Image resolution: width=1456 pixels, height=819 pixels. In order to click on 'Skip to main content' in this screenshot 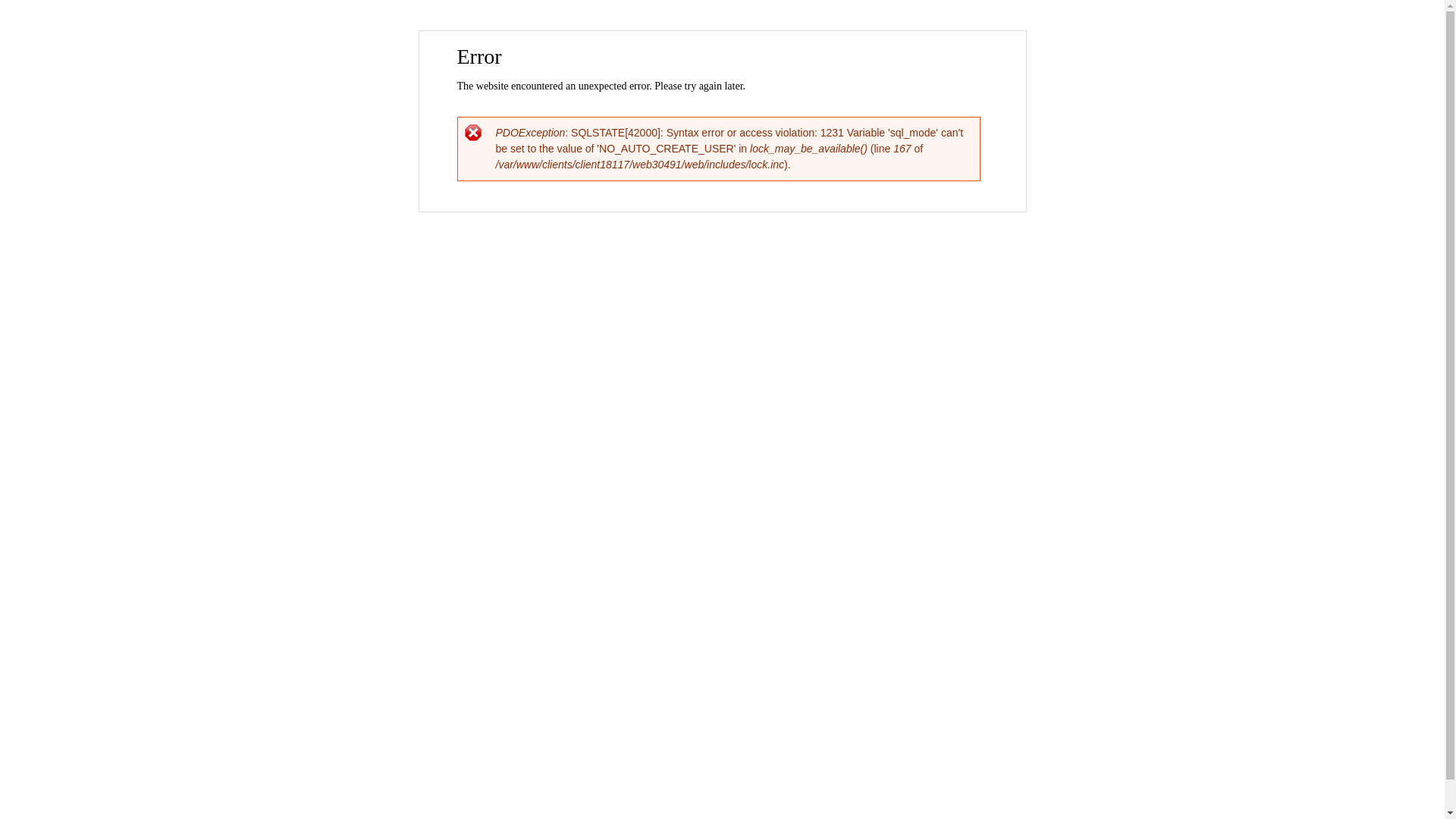, I will do `click(689, 32)`.